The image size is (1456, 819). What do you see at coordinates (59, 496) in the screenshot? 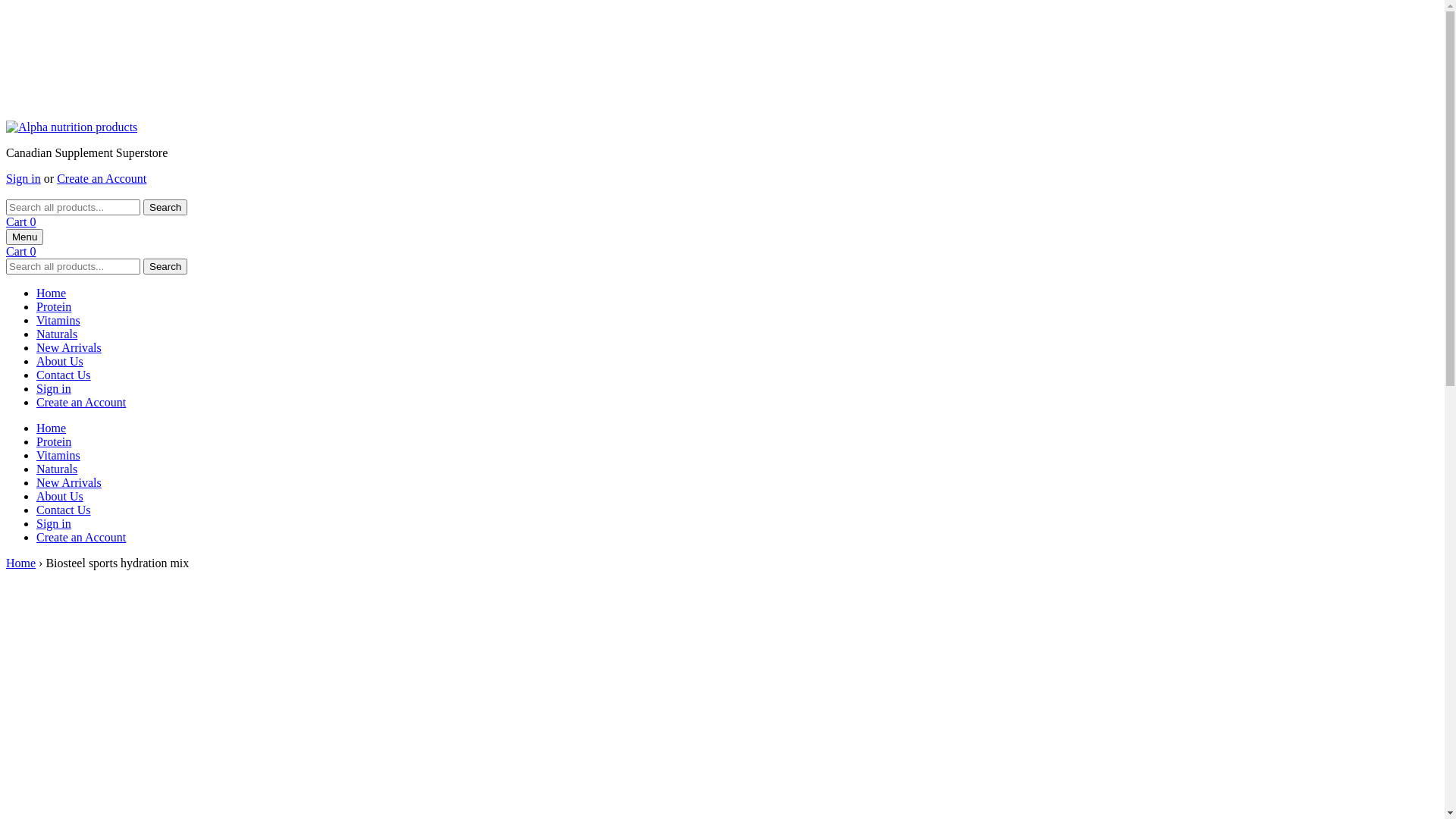
I see `'About Us'` at bounding box center [59, 496].